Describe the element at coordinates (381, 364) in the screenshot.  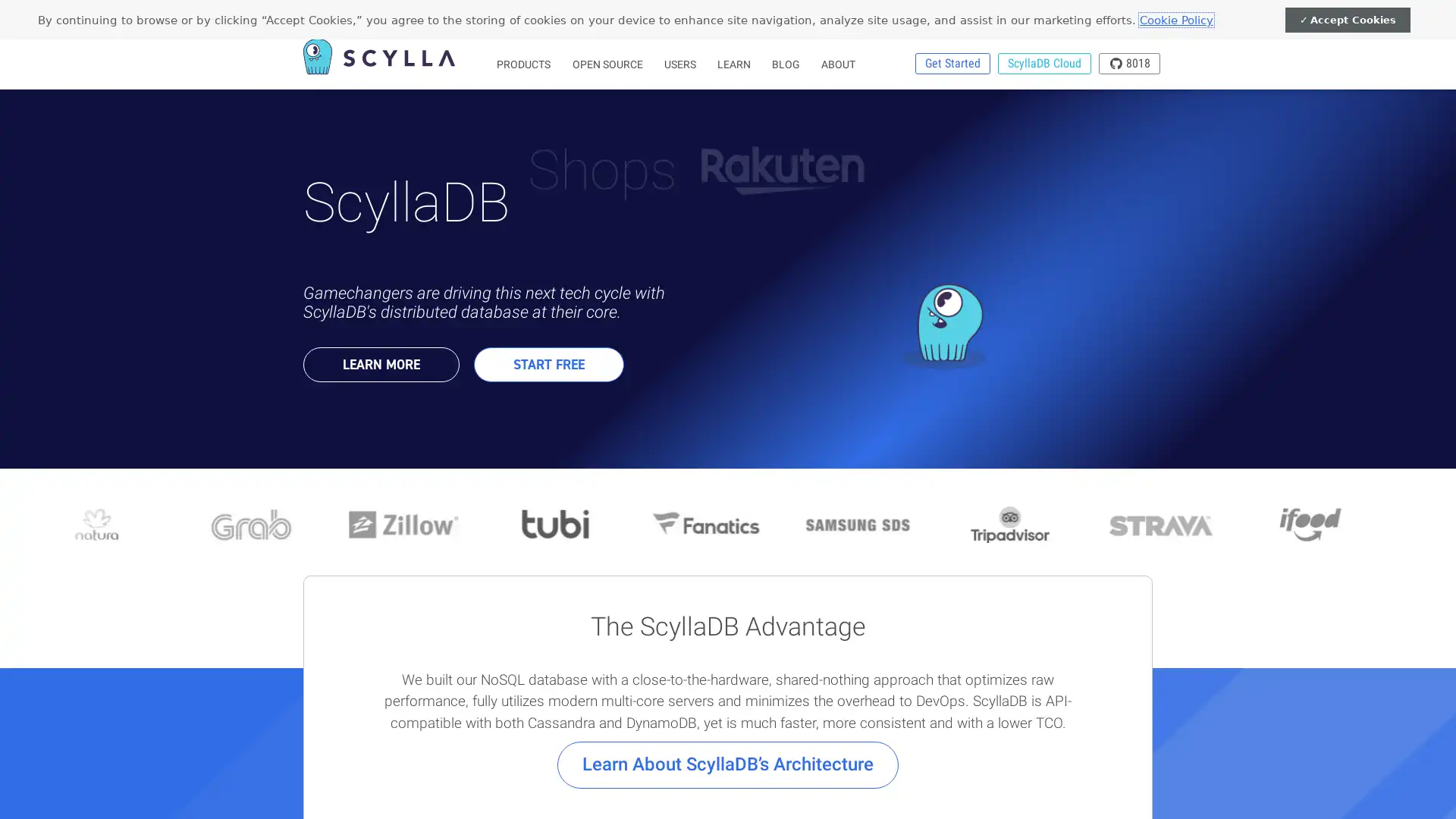
I see `LEARN MORE` at that location.